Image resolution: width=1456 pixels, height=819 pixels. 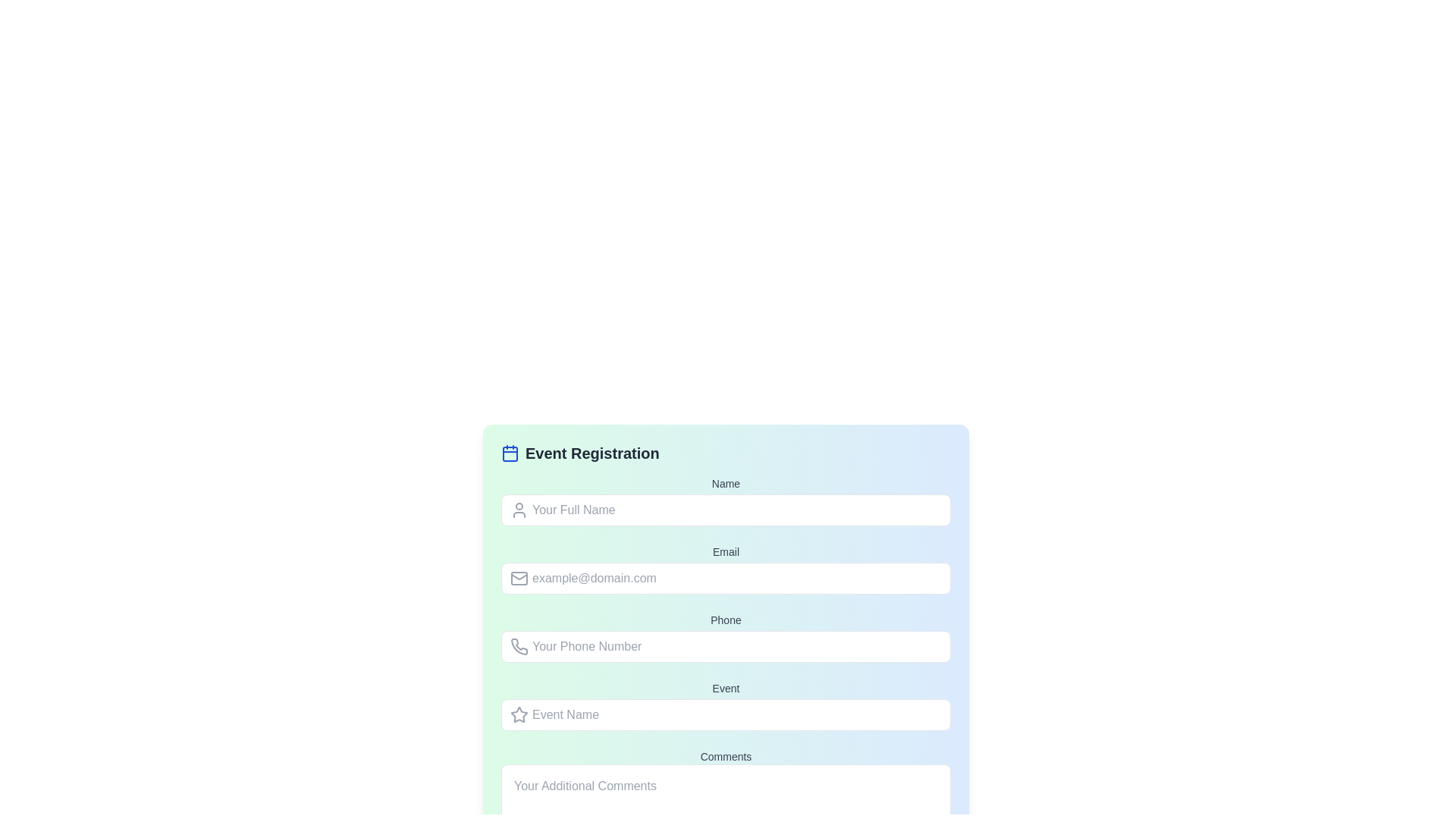 What do you see at coordinates (519, 646) in the screenshot?
I see `the phone icon, which is a minimalistic gray line-art icon located to the left of the placeholder text 'Your Phone Number' in the phone input field` at bounding box center [519, 646].